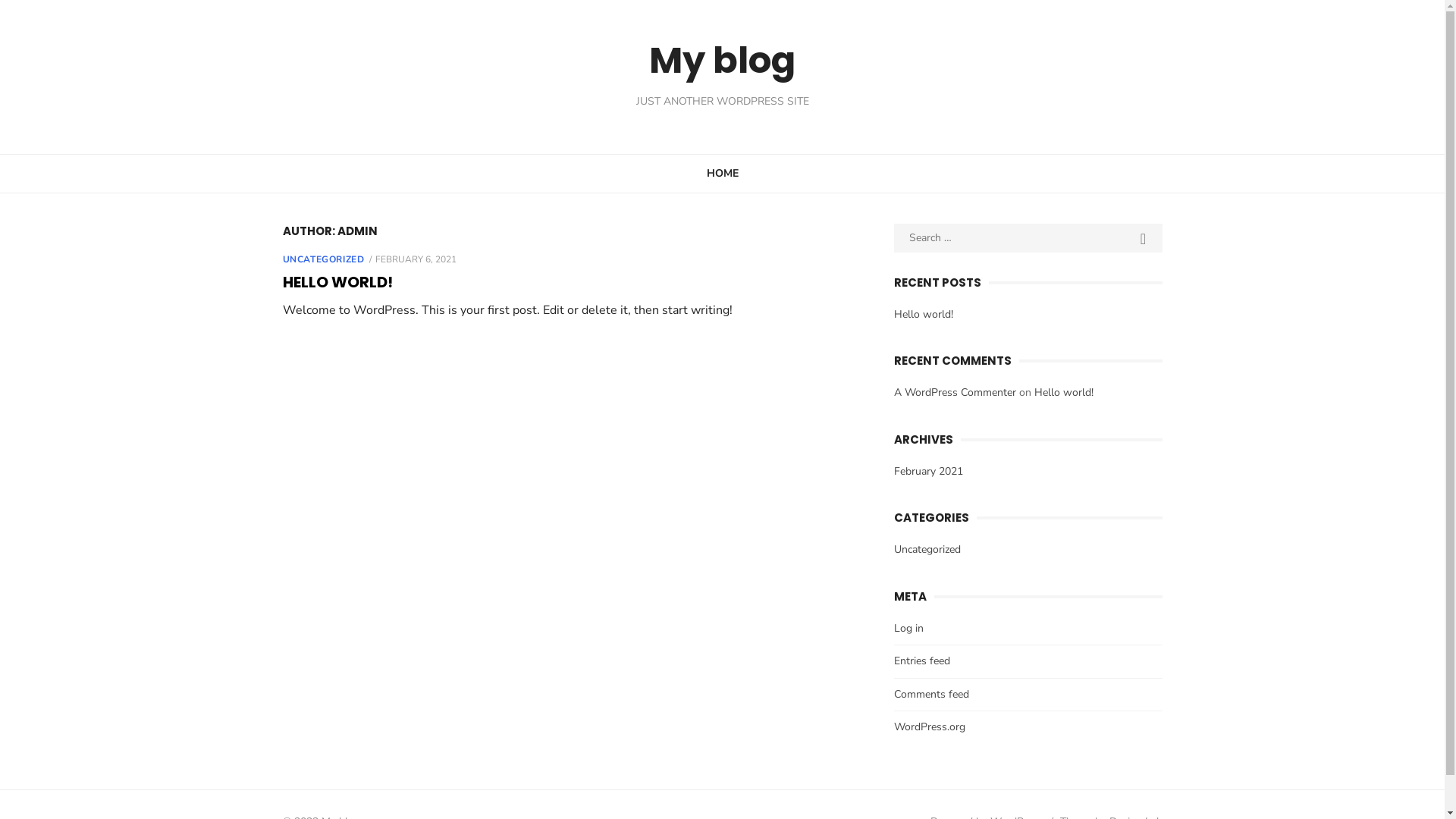  I want to click on 'UNCATEGORIZED', so click(322, 259).